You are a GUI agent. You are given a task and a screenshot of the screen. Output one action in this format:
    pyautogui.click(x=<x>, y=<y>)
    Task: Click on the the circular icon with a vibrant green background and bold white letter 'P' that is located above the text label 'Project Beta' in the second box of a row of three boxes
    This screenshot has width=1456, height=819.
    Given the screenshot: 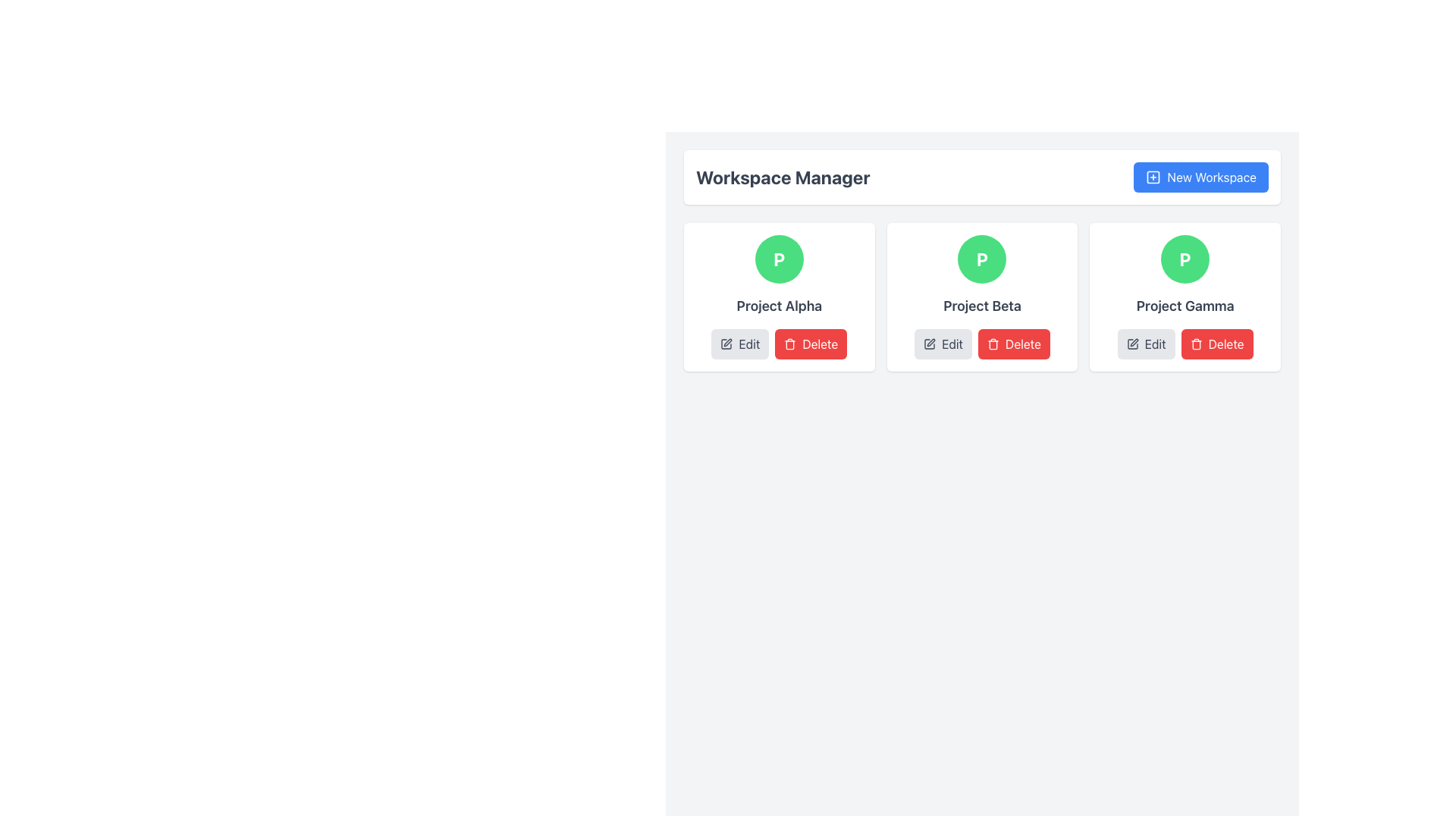 What is the action you would take?
    pyautogui.click(x=982, y=259)
    